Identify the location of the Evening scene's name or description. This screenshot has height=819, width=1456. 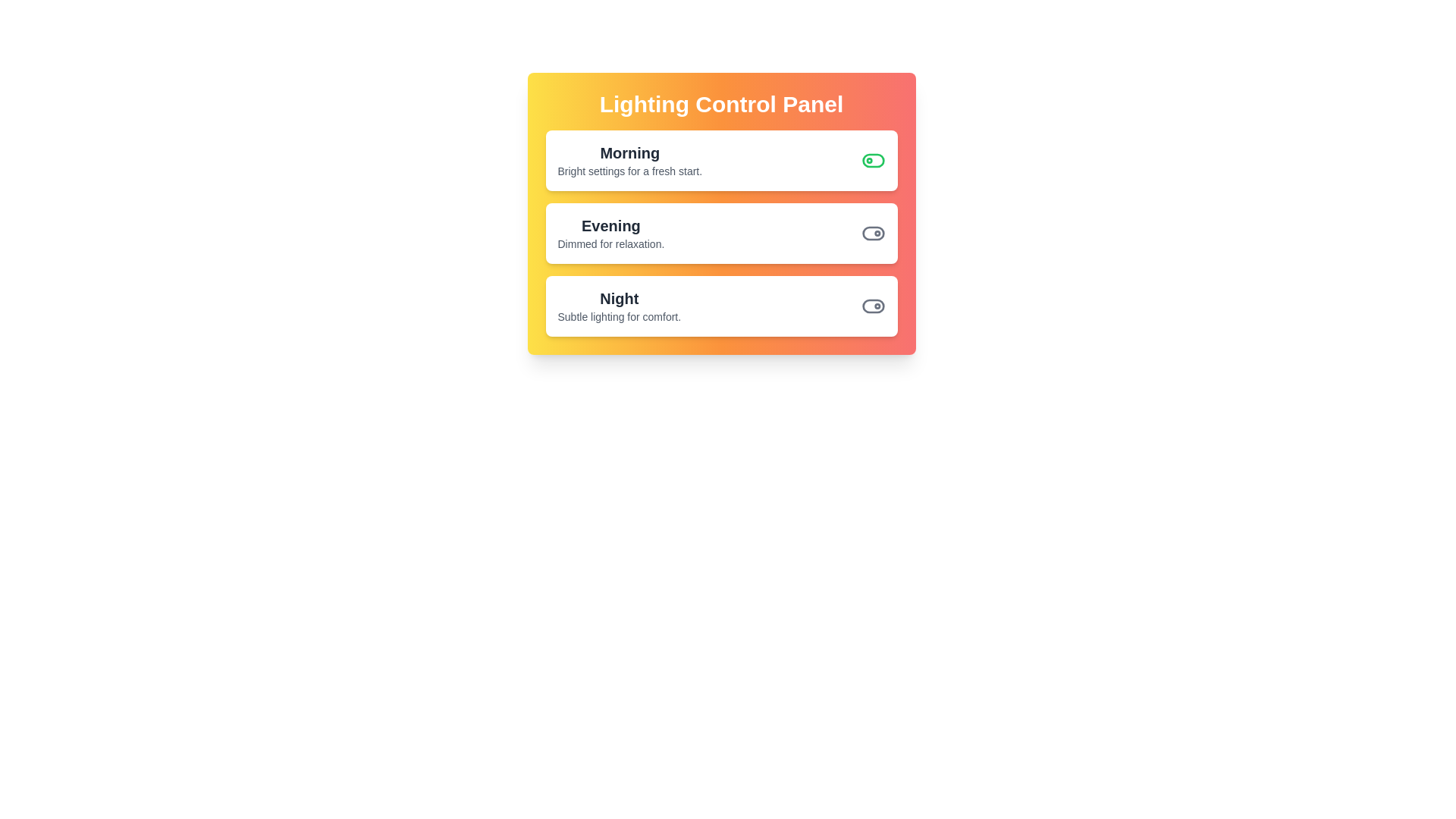
(610, 225).